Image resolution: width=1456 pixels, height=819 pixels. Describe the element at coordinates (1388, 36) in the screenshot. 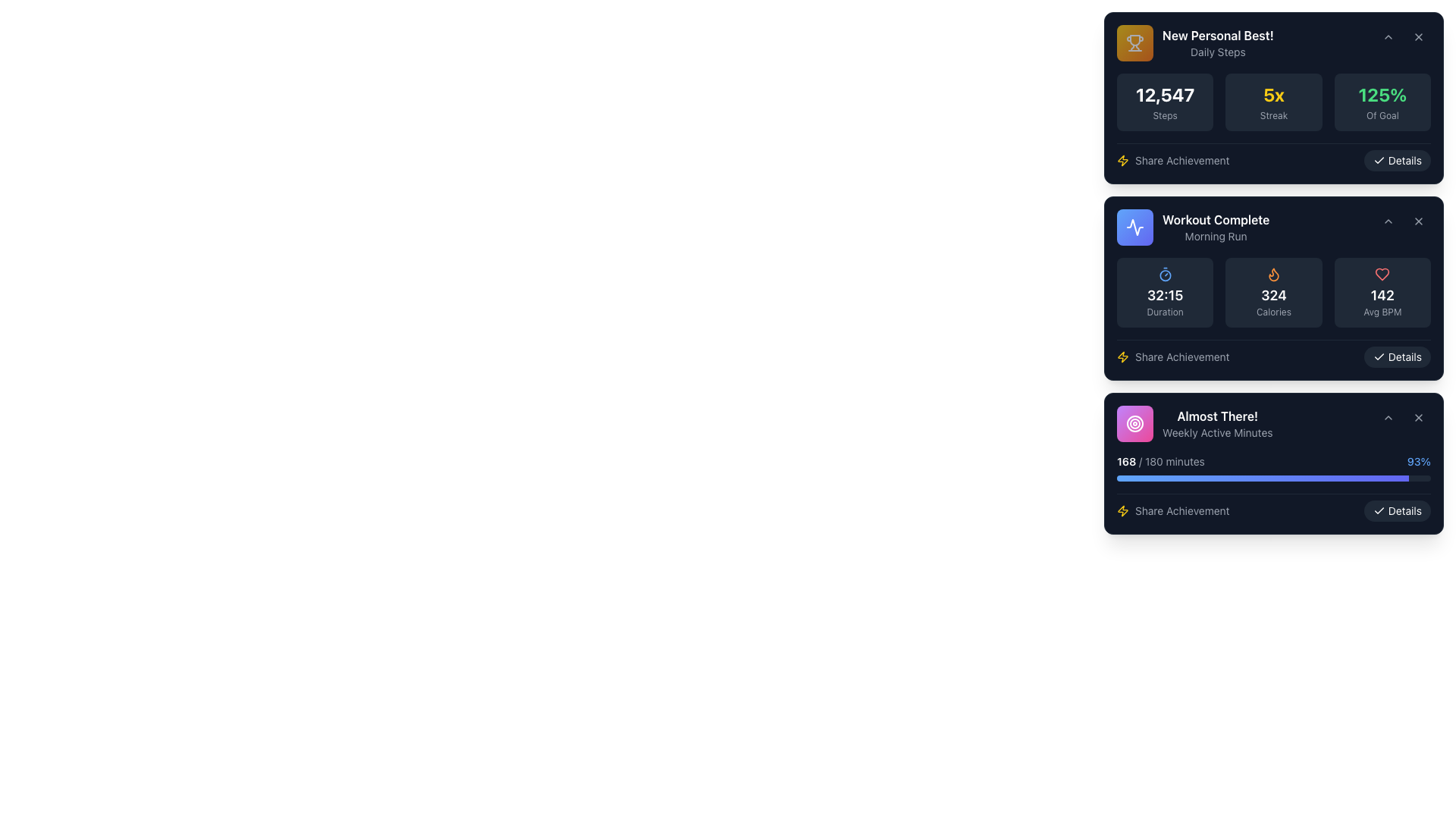

I see `the collapsible button located at the top-right corner of the 'New Personal Best!' module` at that location.